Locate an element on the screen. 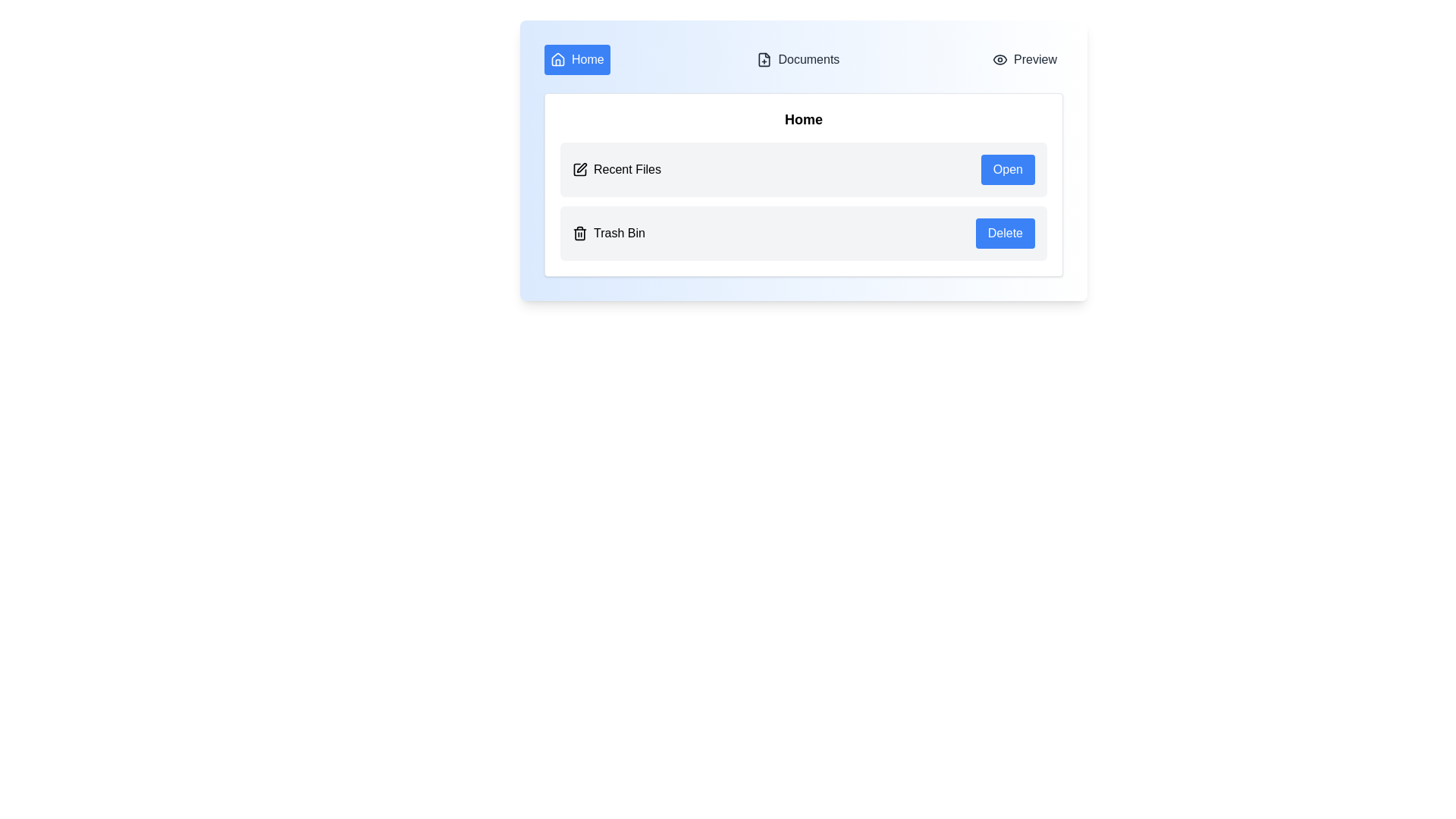 The width and height of the screenshot is (1456, 819). the 'Recent Files' label that features a pencil icon, indicating it is an editable section is located at coordinates (617, 169).